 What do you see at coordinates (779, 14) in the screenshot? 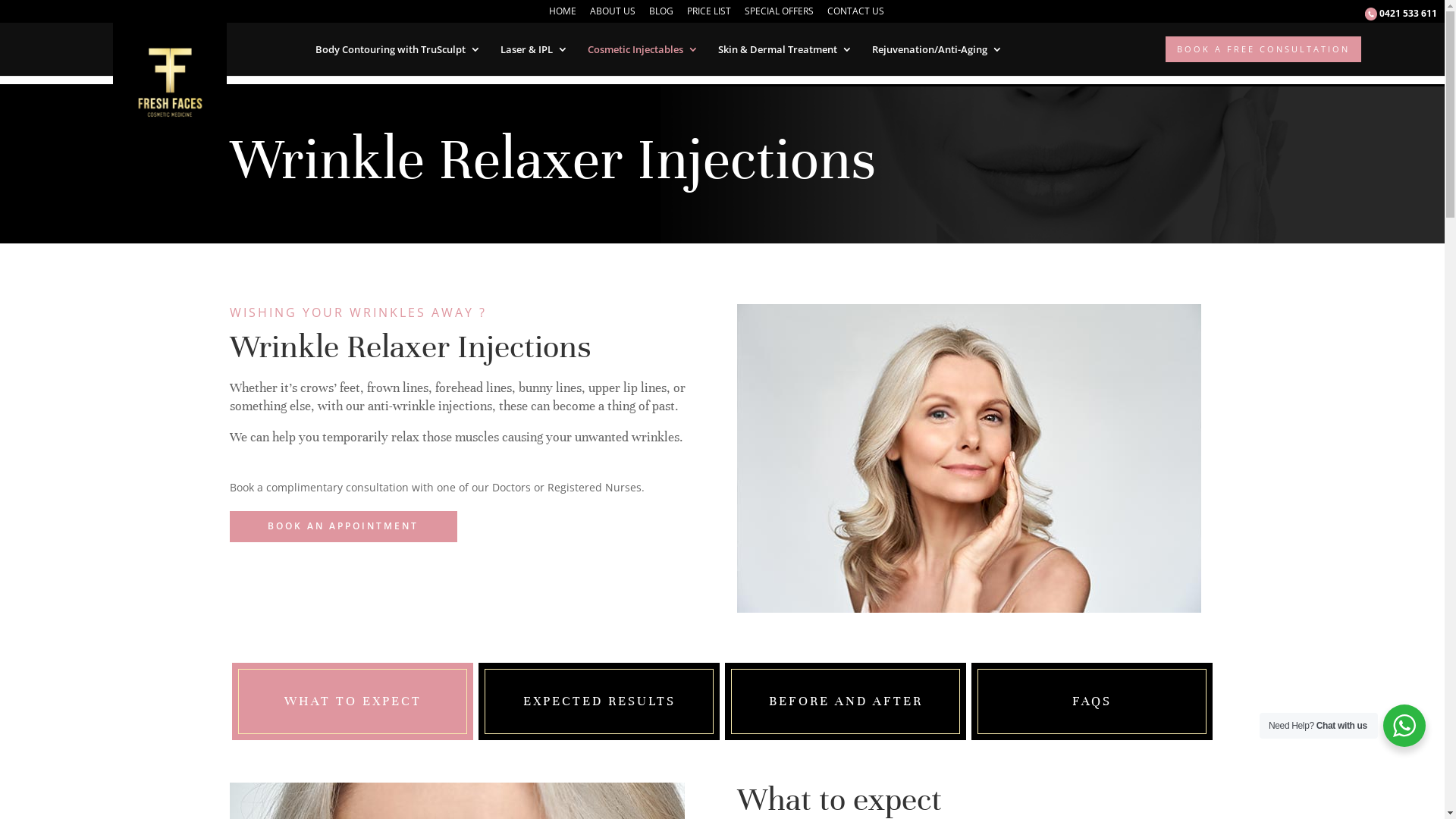
I see `'SPECIAL OFFERS'` at bounding box center [779, 14].